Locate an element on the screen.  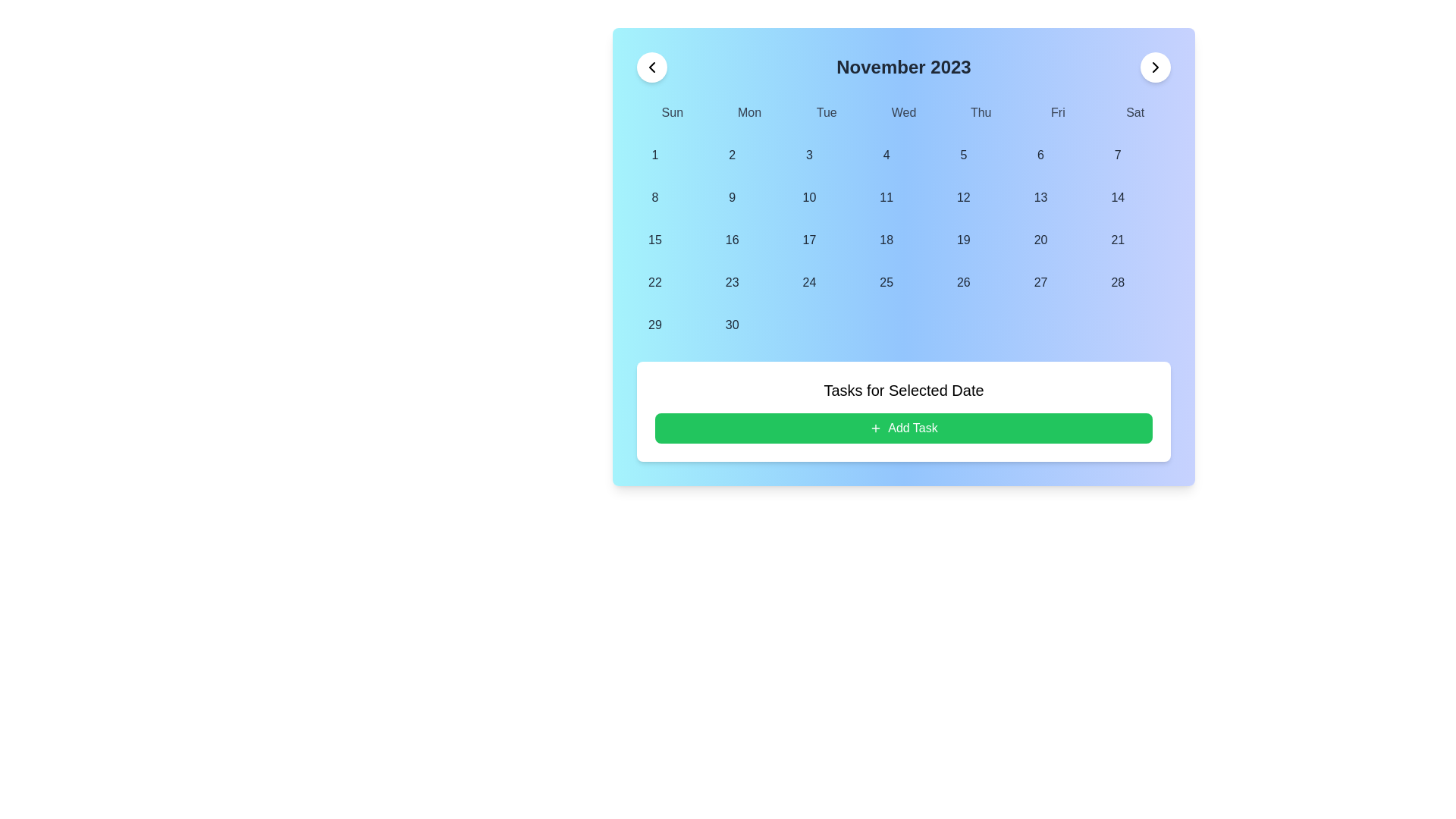
the Interactive calendar day button representing the 14th of November 2023 is located at coordinates (1118, 197).